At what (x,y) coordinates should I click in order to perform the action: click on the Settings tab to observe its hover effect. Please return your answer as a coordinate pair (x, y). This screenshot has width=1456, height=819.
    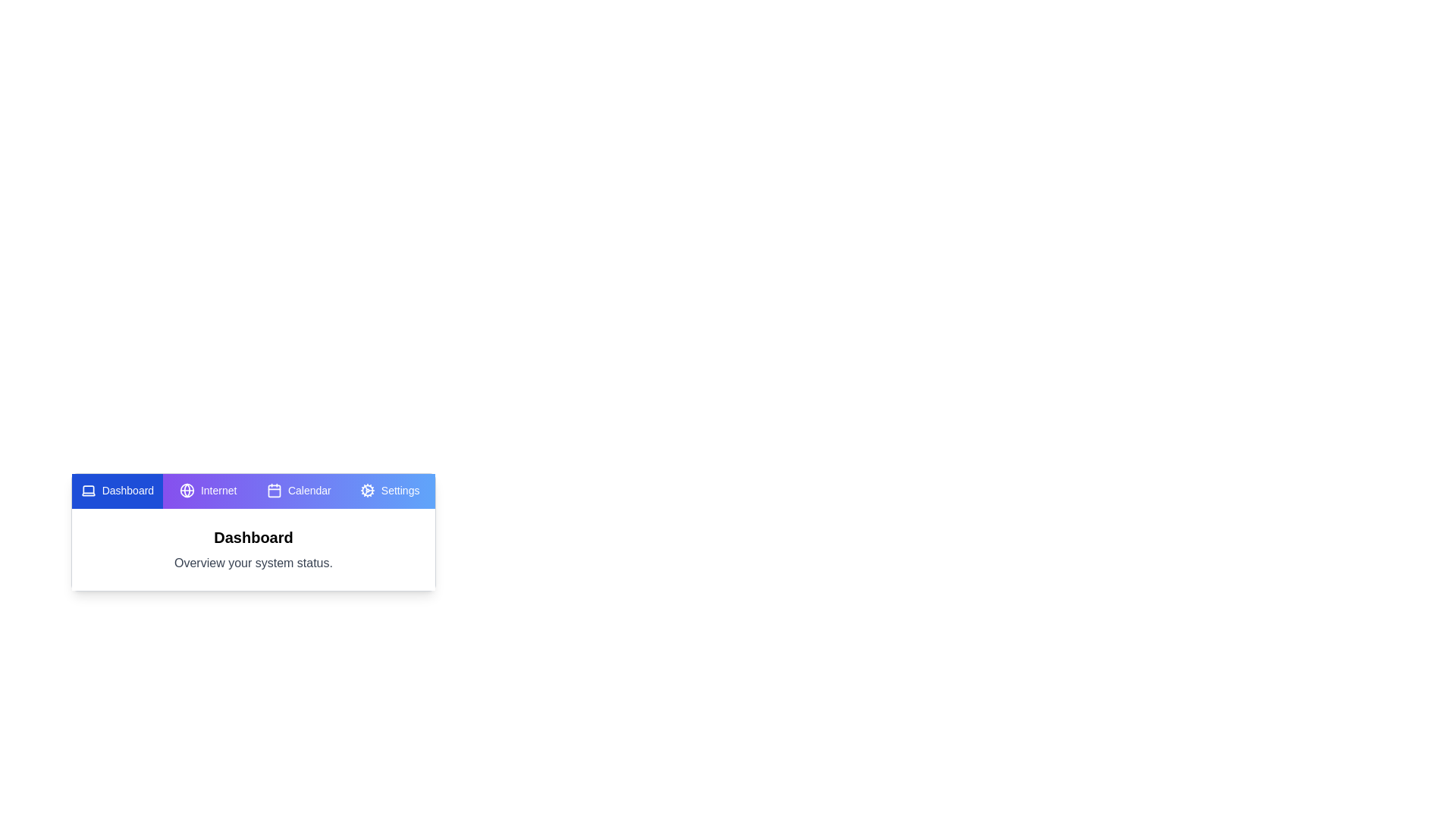
    Looking at the image, I should click on (390, 491).